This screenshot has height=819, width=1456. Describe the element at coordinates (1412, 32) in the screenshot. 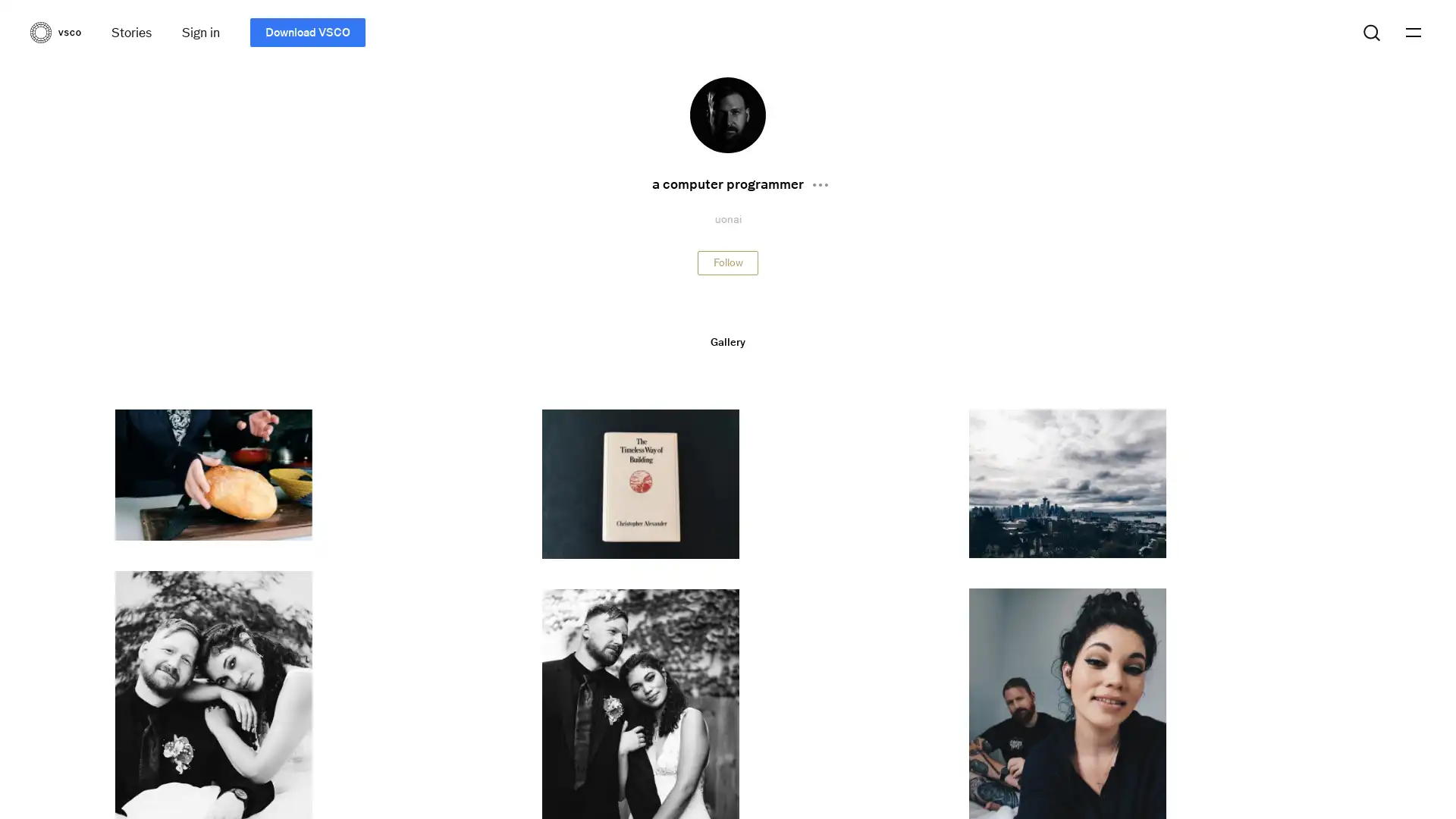

I see `menu` at that location.